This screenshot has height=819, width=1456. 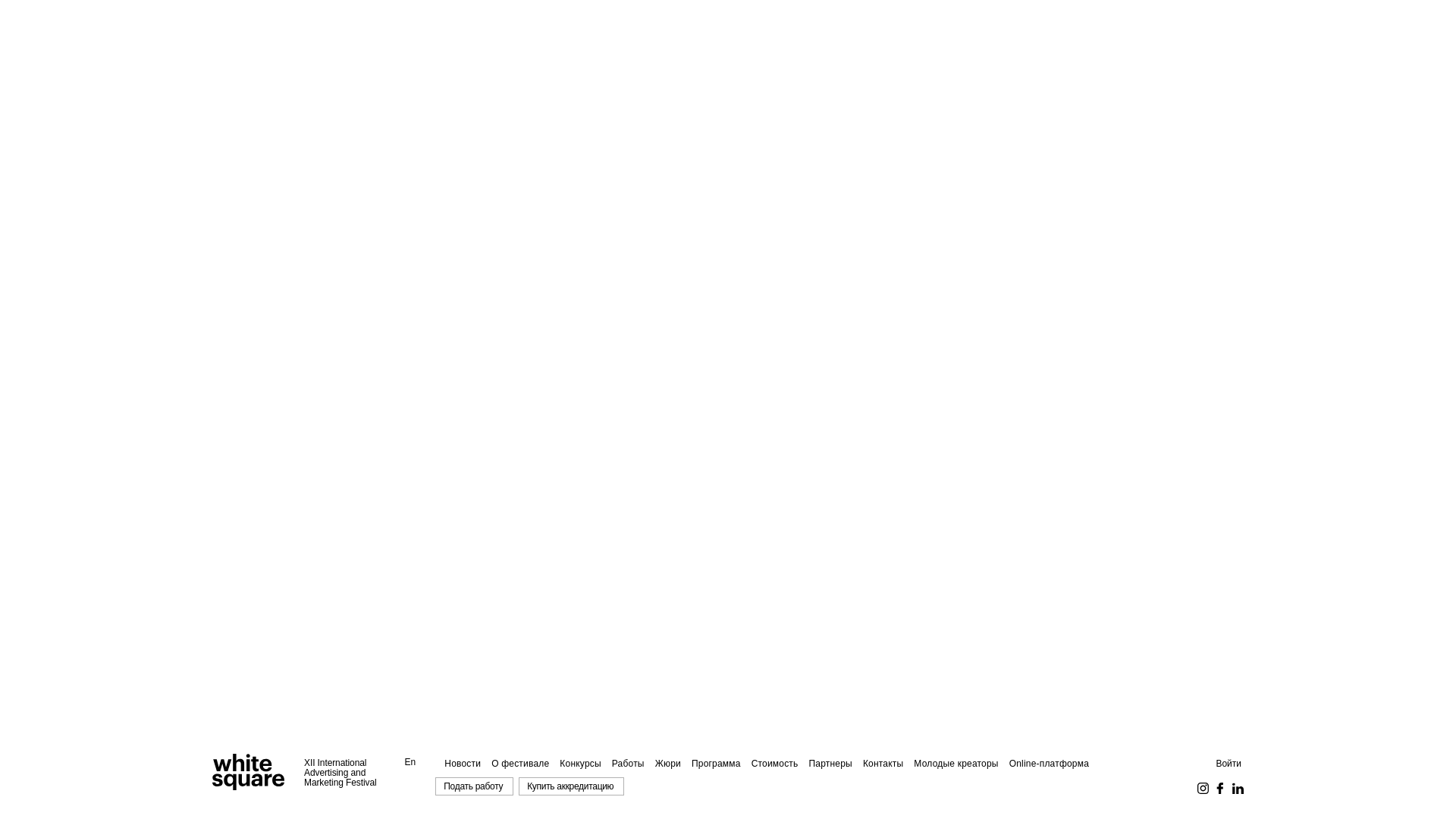 What do you see at coordinates (410, 762) in the screenshot?
I see `'En'` at bounding box center [410, 762].